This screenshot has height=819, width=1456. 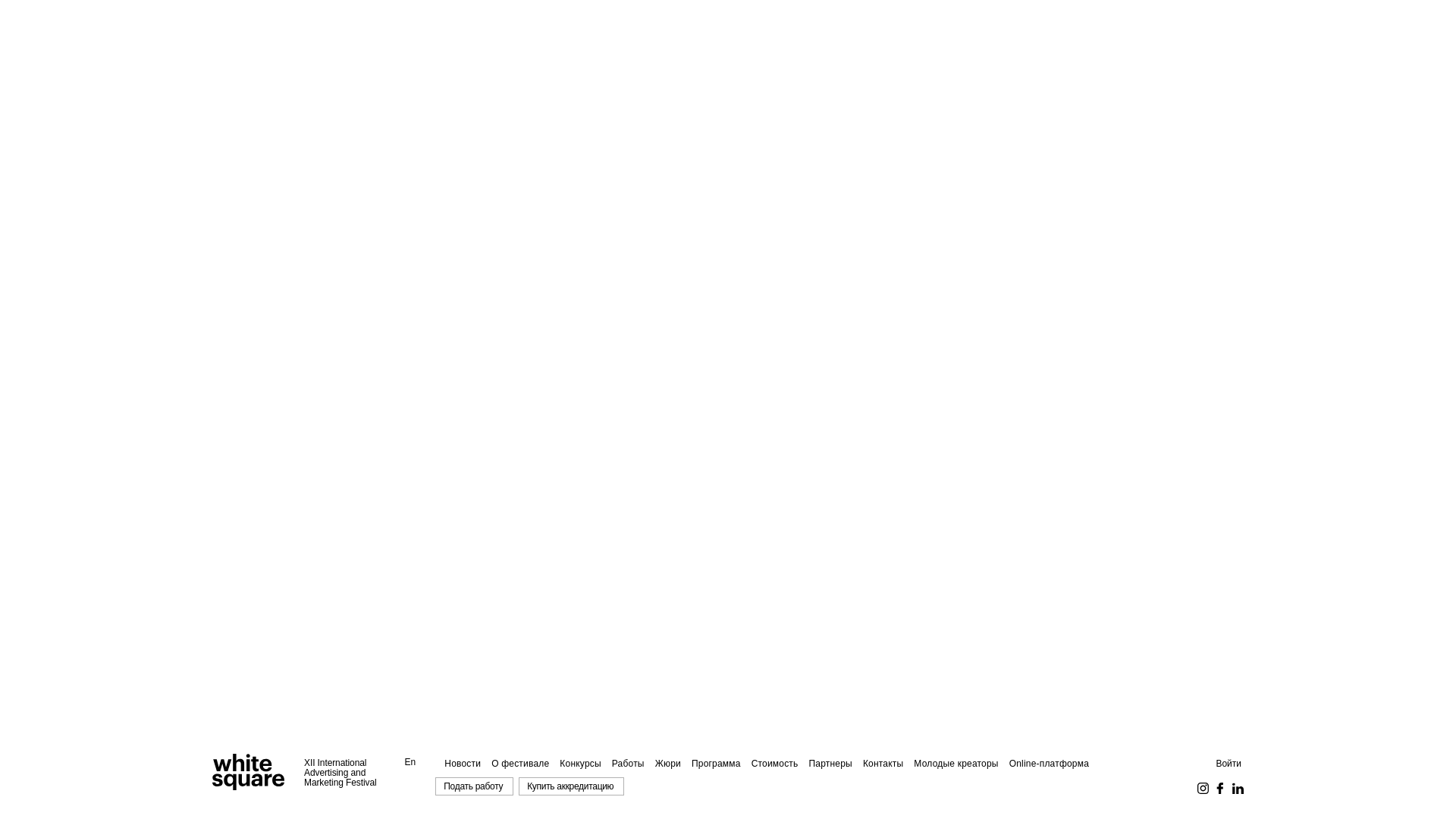 What do you see at coordinates (410, 762) in the screenshot?
I see `'En'` at bounding box center [410, 762].